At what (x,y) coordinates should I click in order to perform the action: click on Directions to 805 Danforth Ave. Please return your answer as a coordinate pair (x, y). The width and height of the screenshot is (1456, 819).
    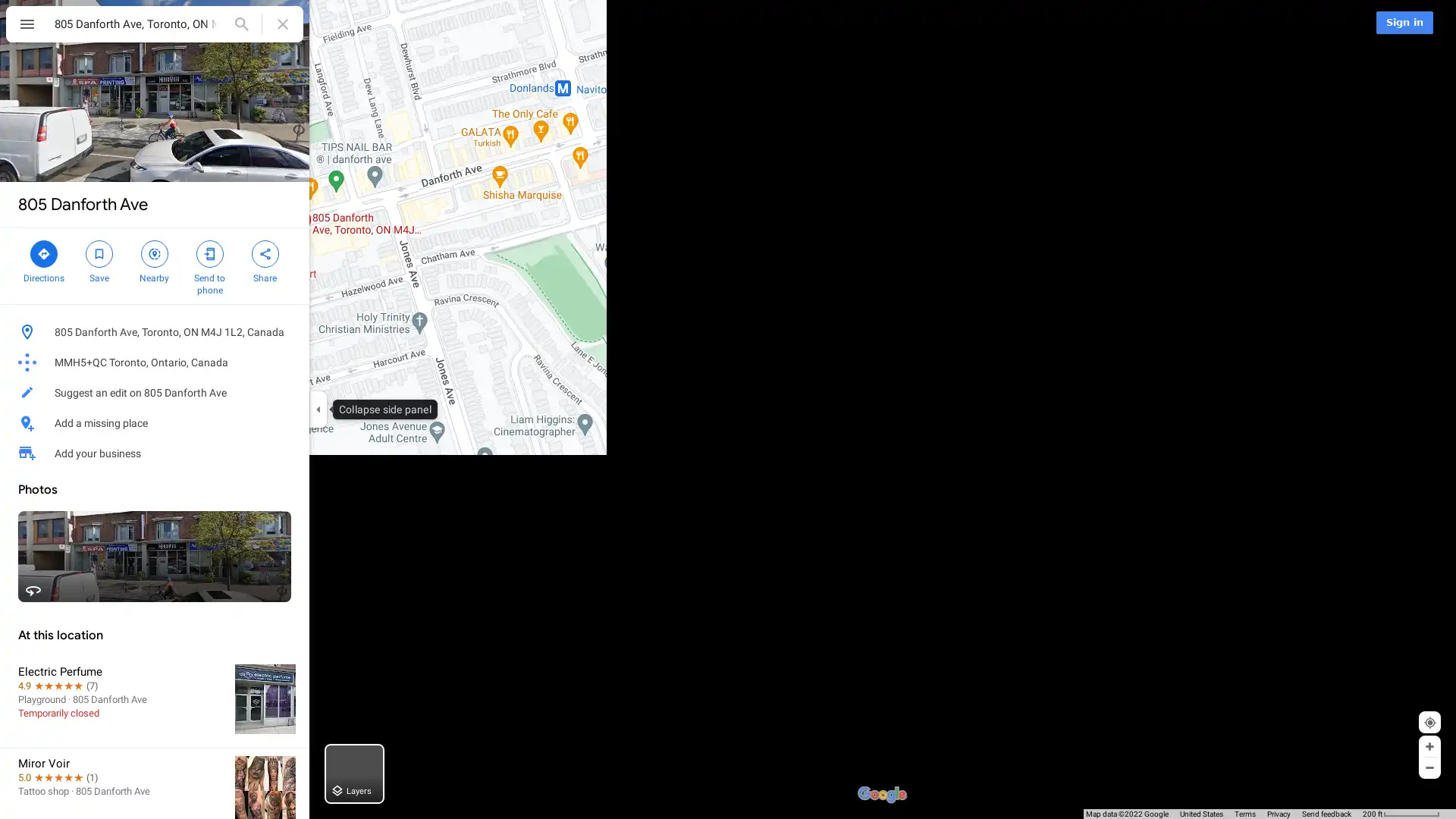
    Looking at the image, I should click on (43, 259).